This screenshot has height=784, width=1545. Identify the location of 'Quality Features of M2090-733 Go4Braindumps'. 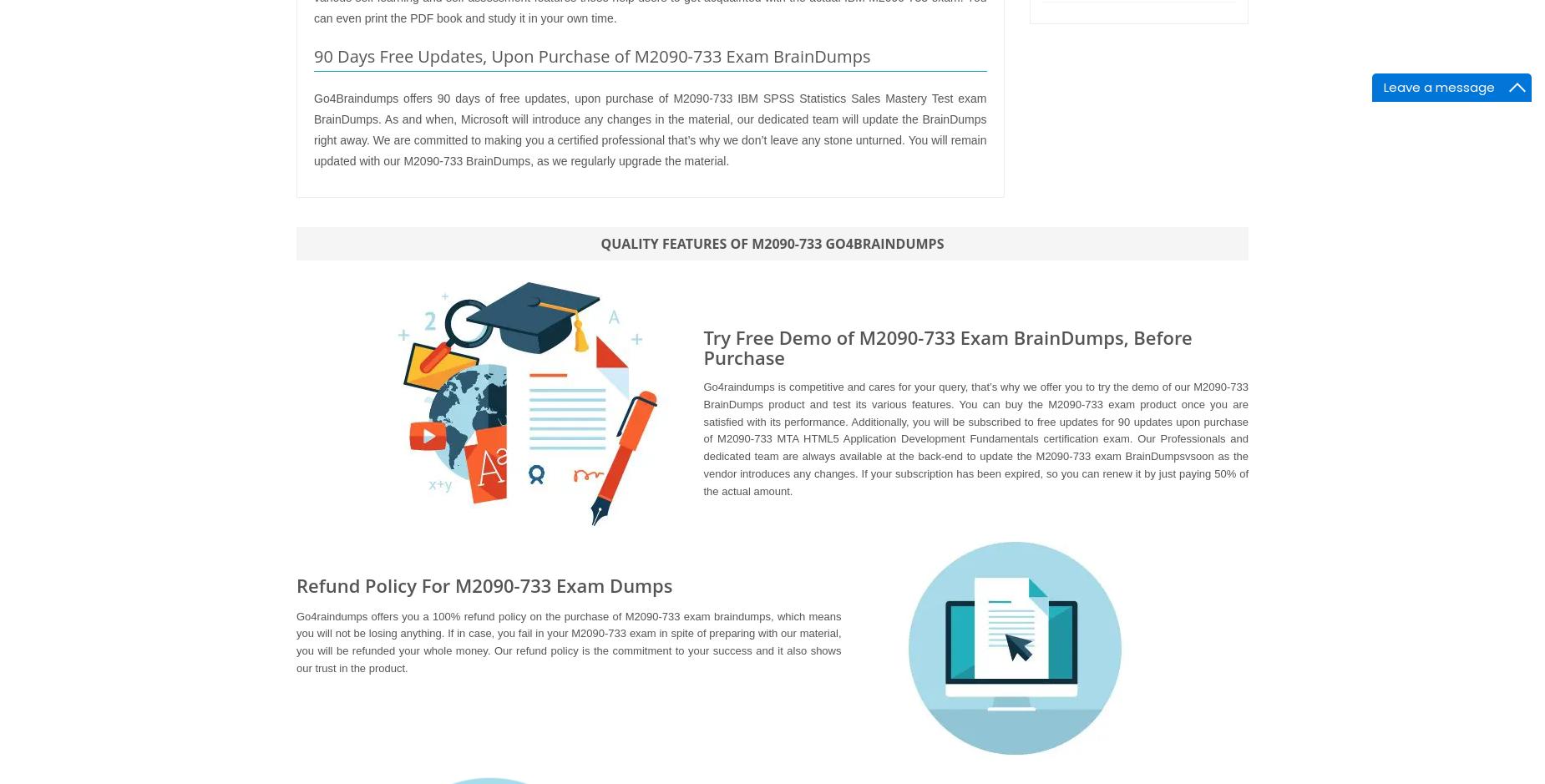
(772, 242).